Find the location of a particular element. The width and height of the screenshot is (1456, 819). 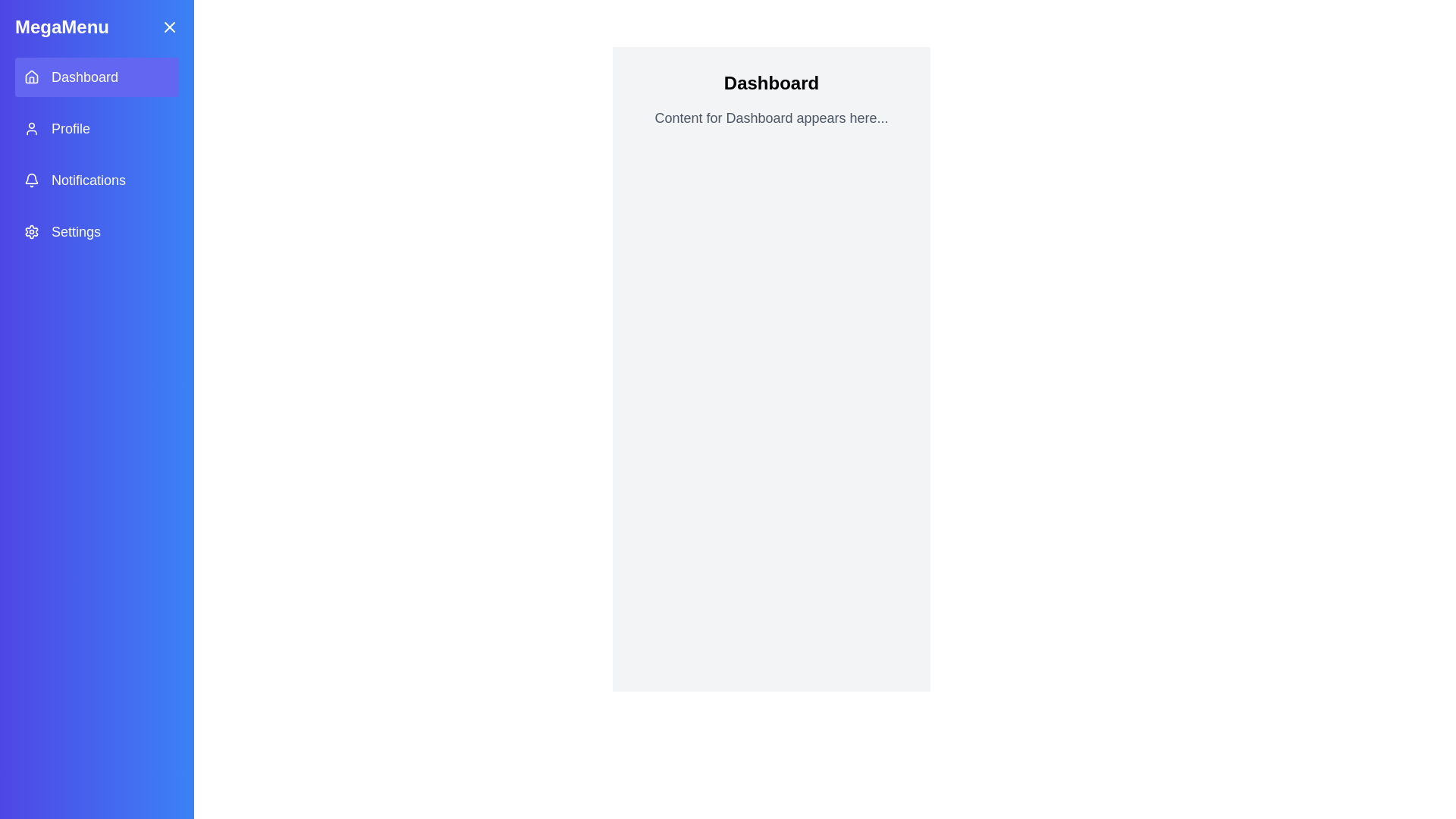

the text label that serves as the title for the sidebar navigation menu, located at the top-left corner of the gradient blue sidebar is located at coordinates (61, 27).